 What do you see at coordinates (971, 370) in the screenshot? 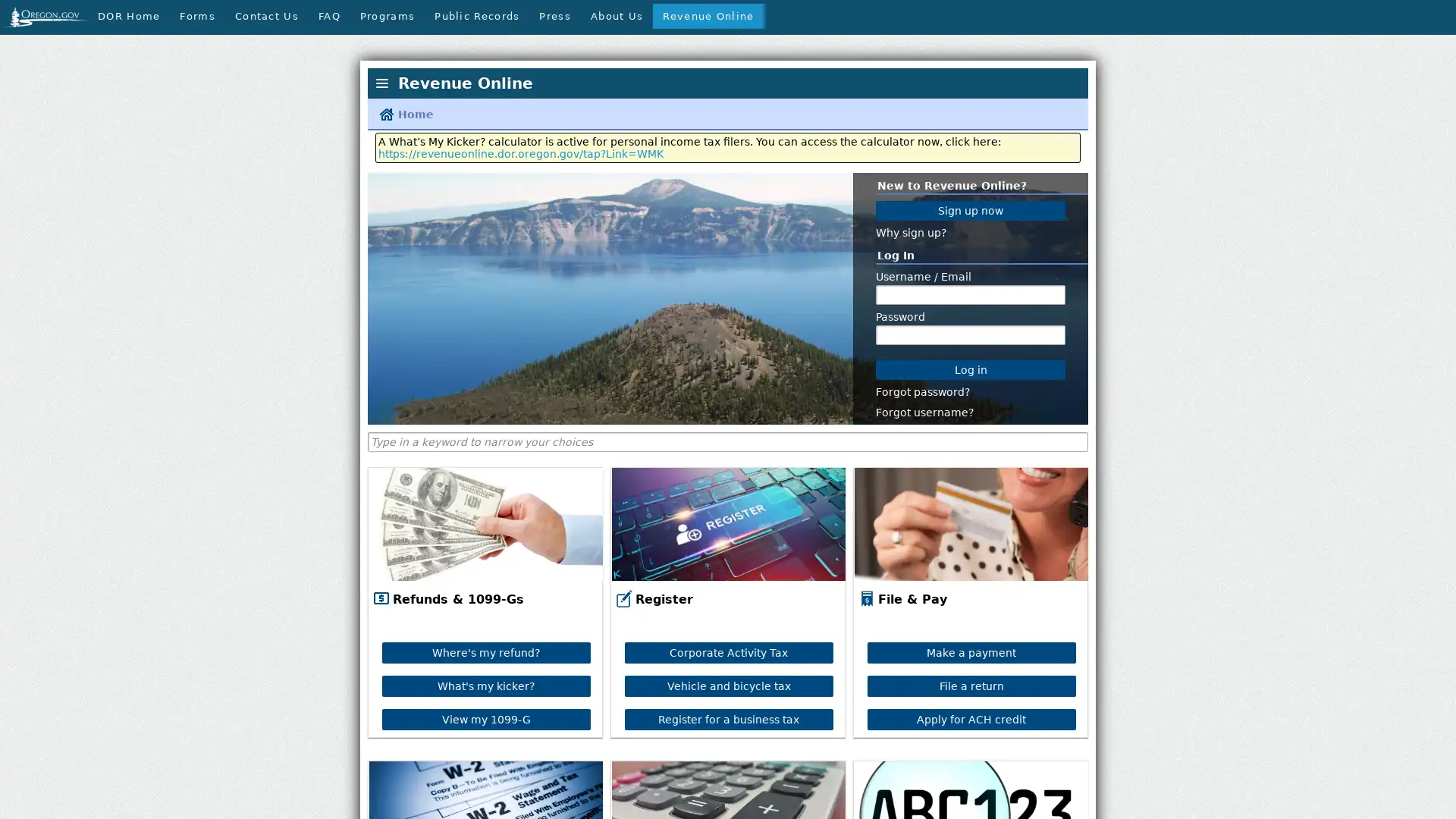
I see `Log in` at bounding box center [971, 370].